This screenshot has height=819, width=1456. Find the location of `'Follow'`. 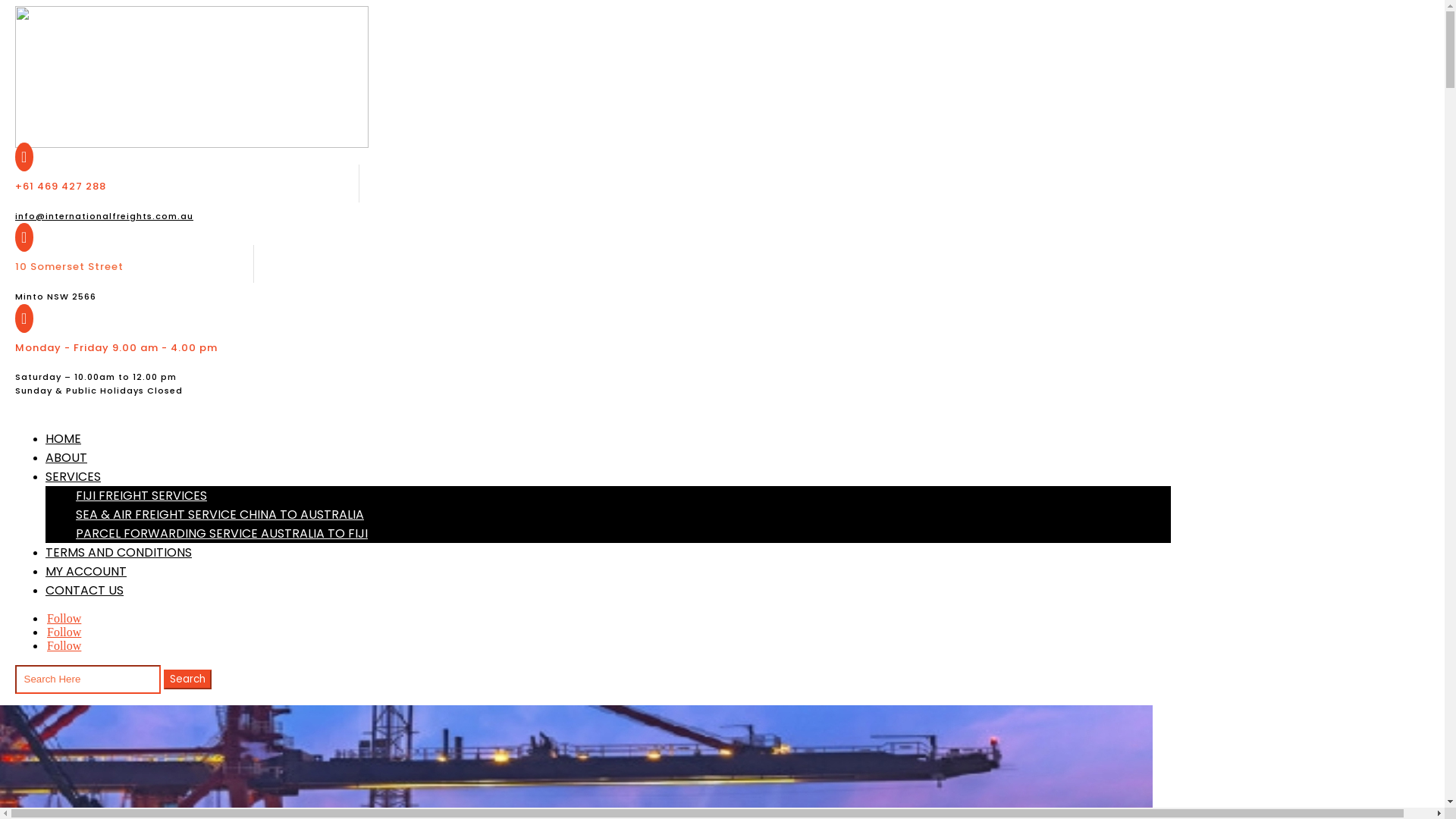

'Follow' is located at coordinates (45, 632).